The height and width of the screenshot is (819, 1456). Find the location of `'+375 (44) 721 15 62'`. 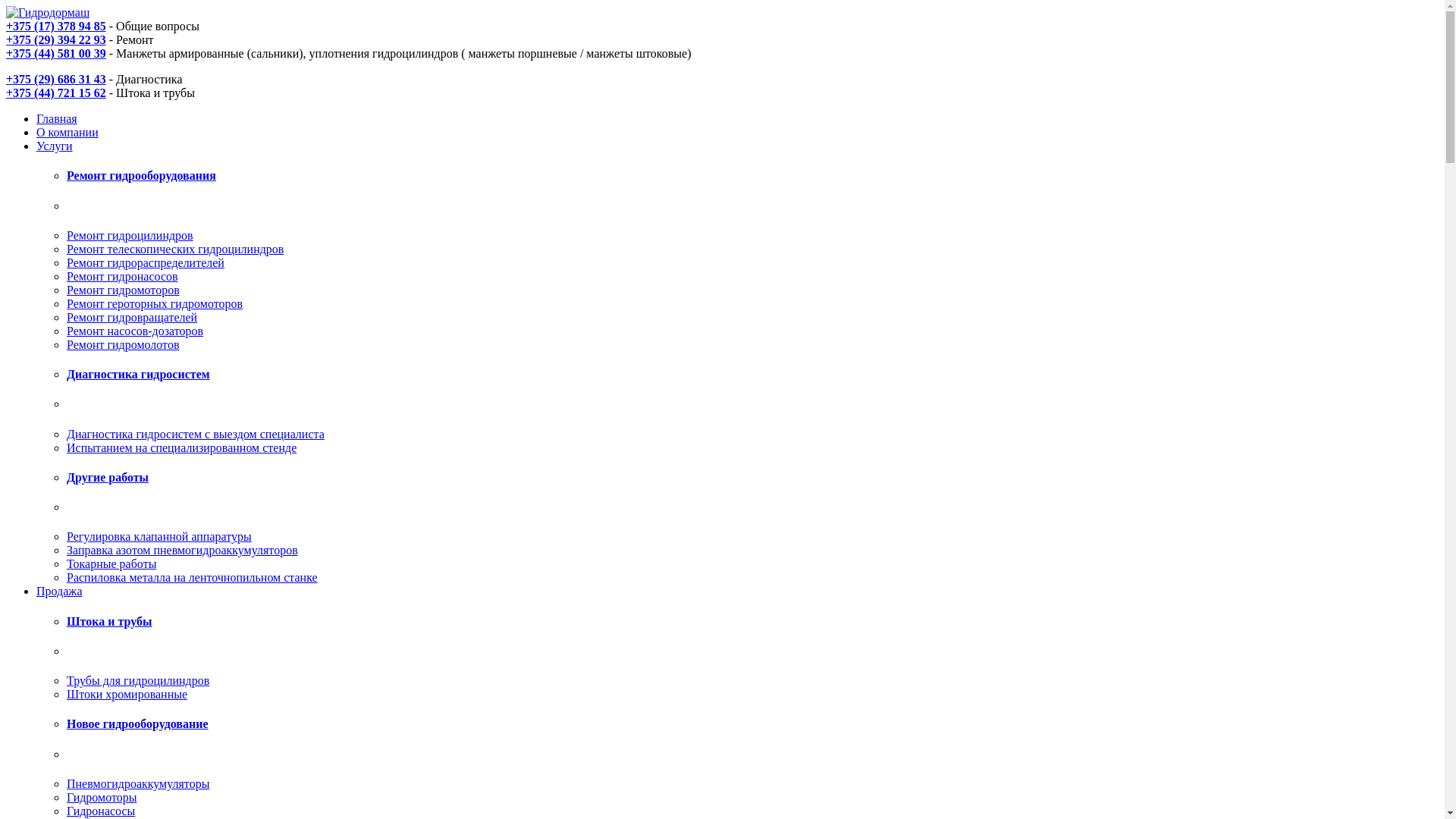

'+375 (44) 721 15 62' is located at coordinates (55, 93).